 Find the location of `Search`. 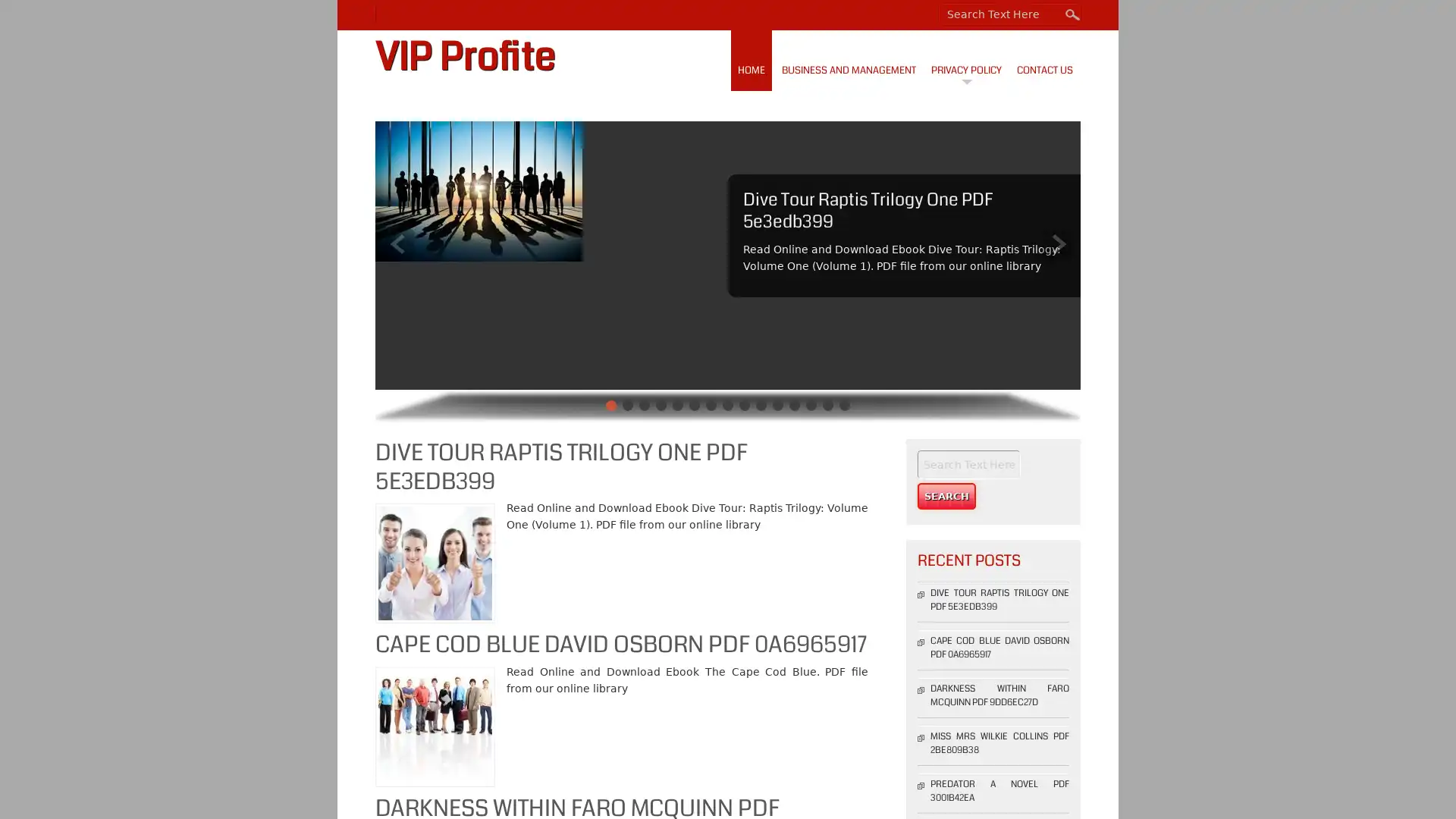

Search is located at coordinates (946, 496).